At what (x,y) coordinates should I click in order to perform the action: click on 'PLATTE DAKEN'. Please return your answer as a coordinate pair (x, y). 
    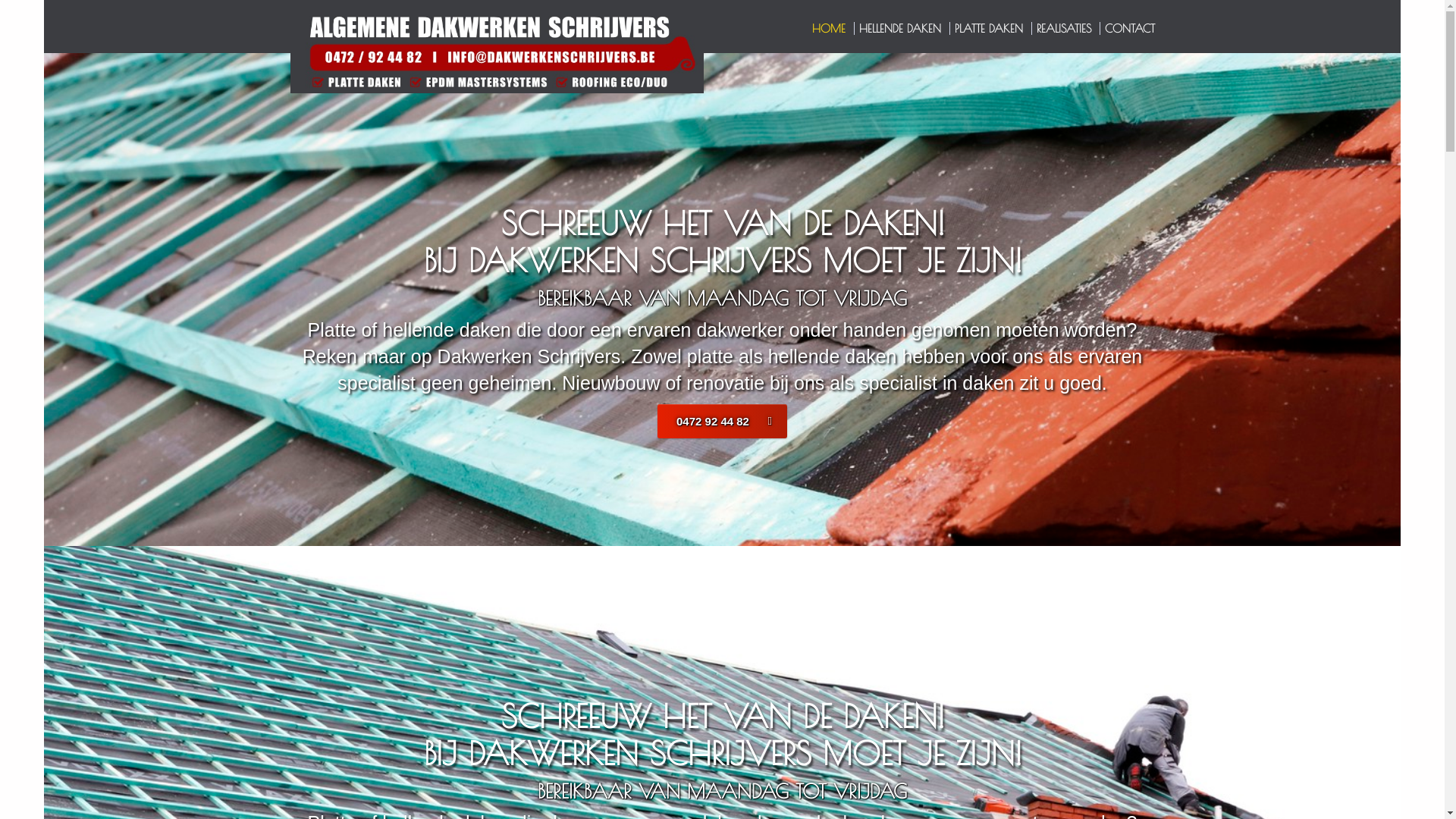
    Looking at the image, I should click on (990, 28).